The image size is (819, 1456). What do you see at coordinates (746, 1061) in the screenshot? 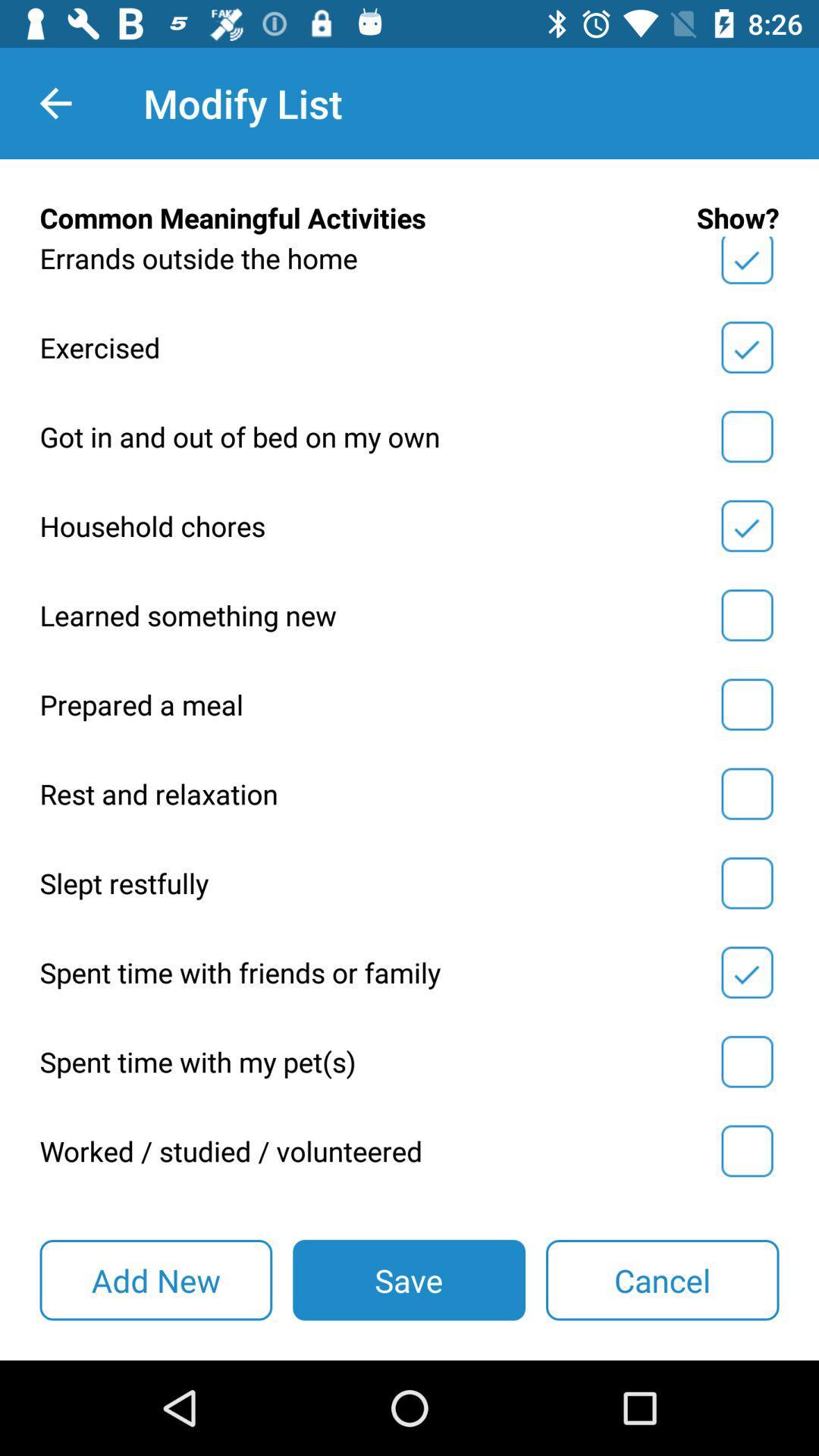
I see `empty` at bounding box center [746, 1061].